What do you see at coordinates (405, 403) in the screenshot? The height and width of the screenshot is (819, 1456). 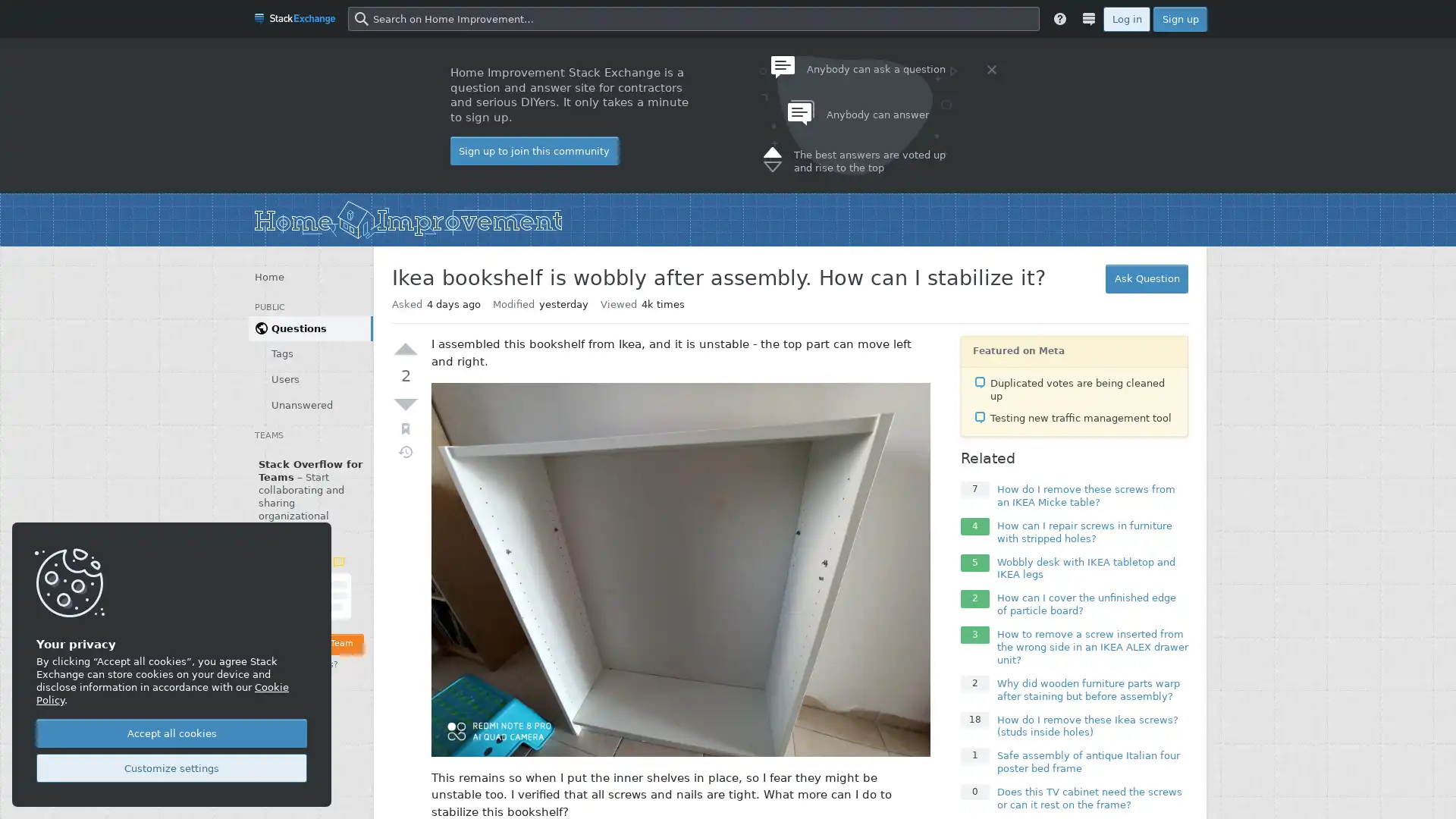 I see `Down vote` at bounding box center [405, 403].